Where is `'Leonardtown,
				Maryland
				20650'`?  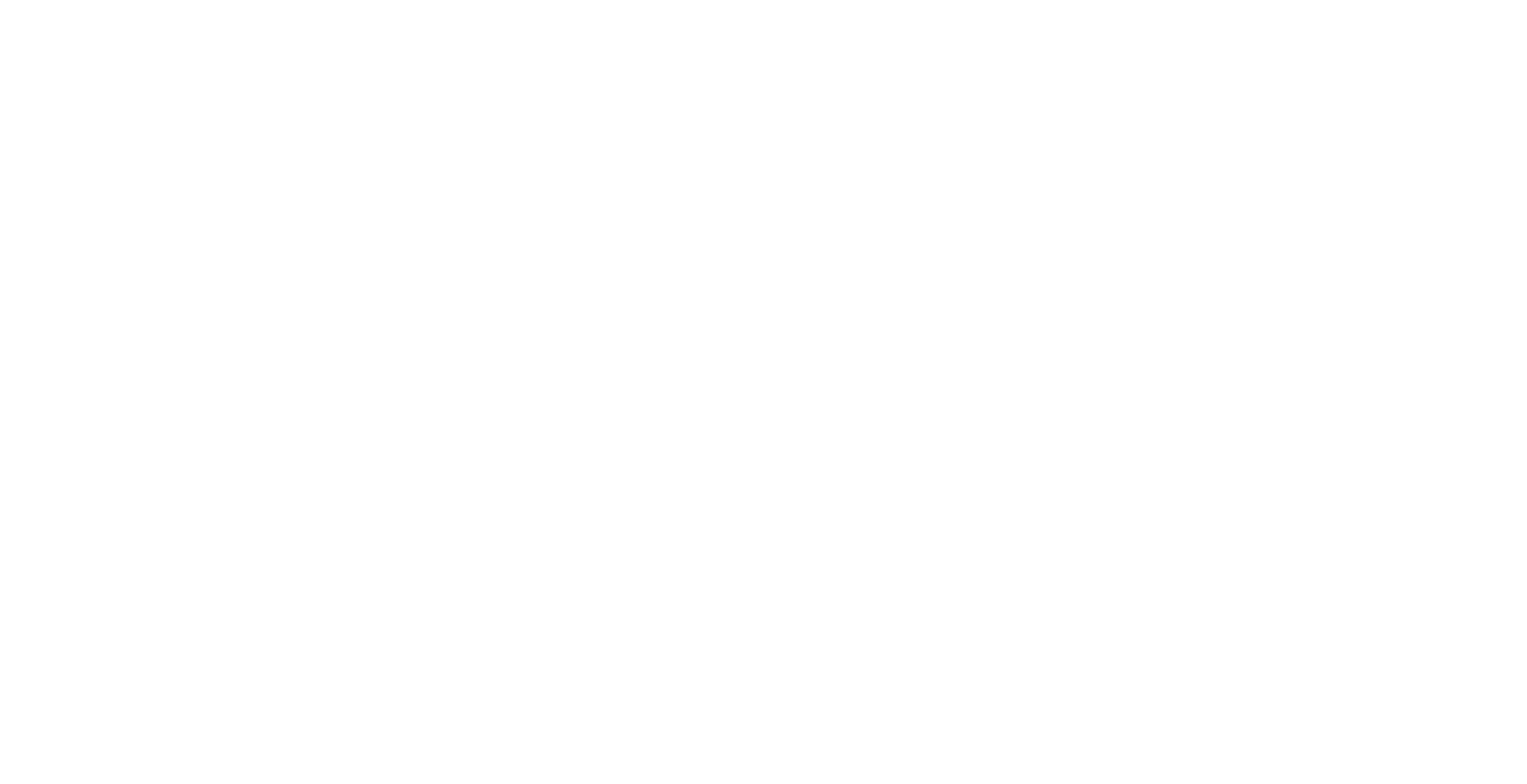 'Leonardtown,
				Maryland
				20650' is located at coordinates (811, 311).